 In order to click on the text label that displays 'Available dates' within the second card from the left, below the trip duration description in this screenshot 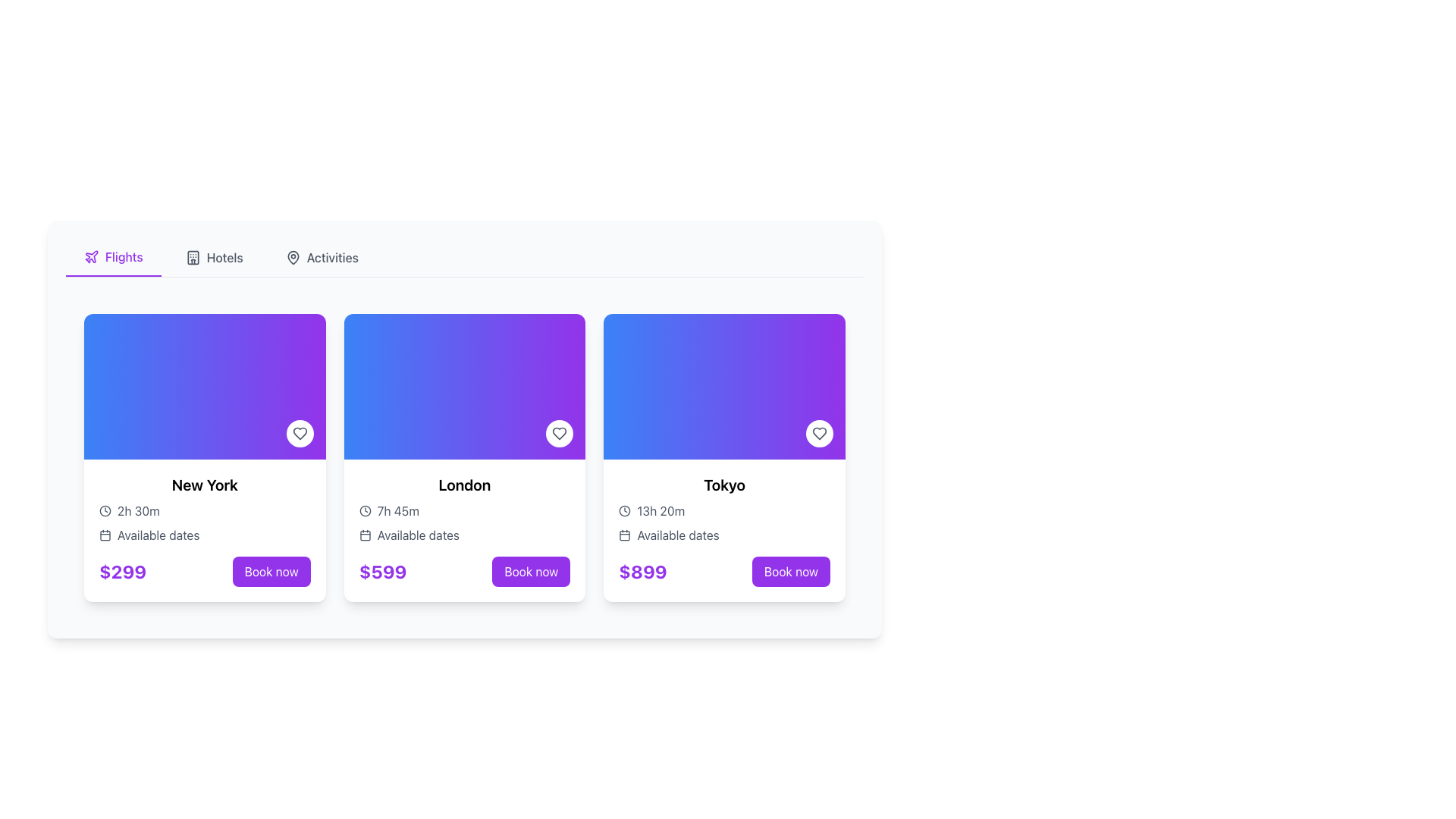, I will do `click(418, 534)`.